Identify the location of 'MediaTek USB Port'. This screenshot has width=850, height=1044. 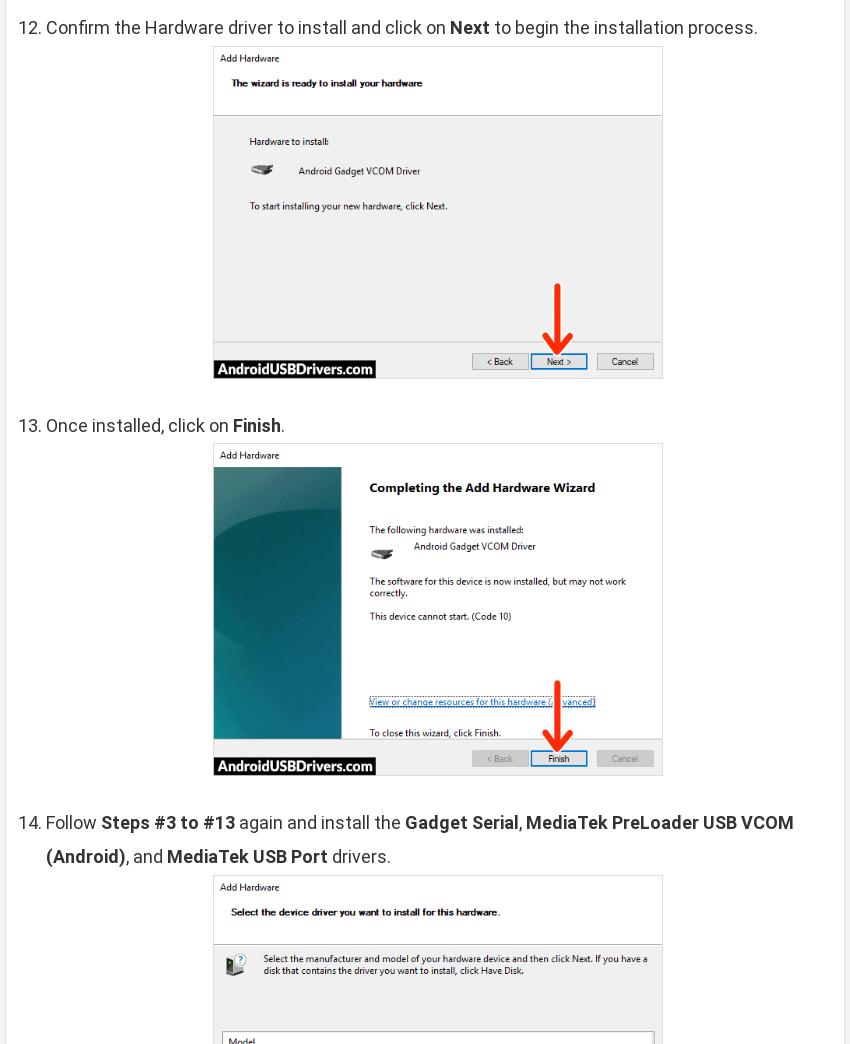
(247, 856).